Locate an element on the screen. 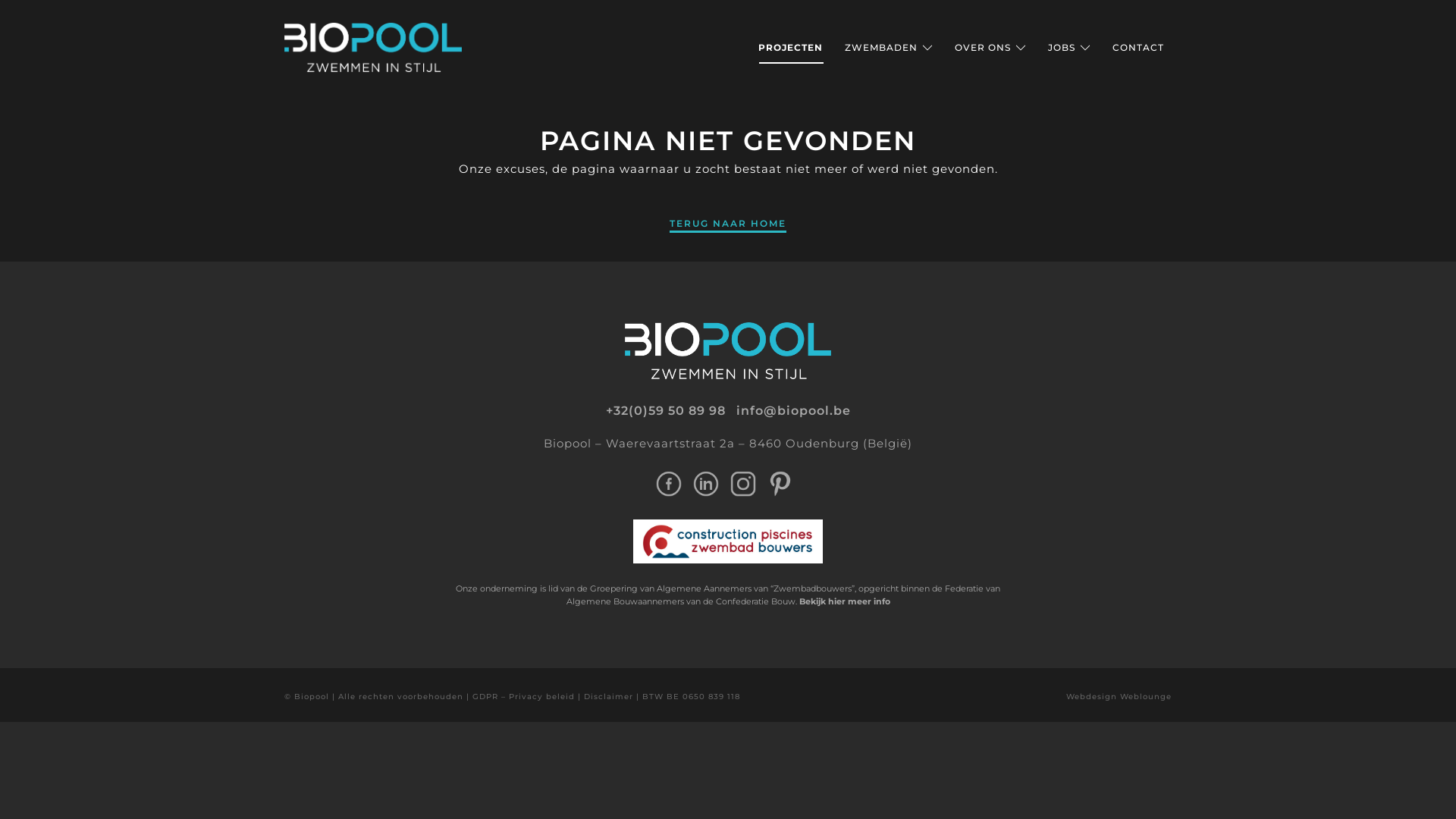 The width and height of the screenshot is (1456, 819). 'ZWEMBADEN' is located at coordinates (888, 46).